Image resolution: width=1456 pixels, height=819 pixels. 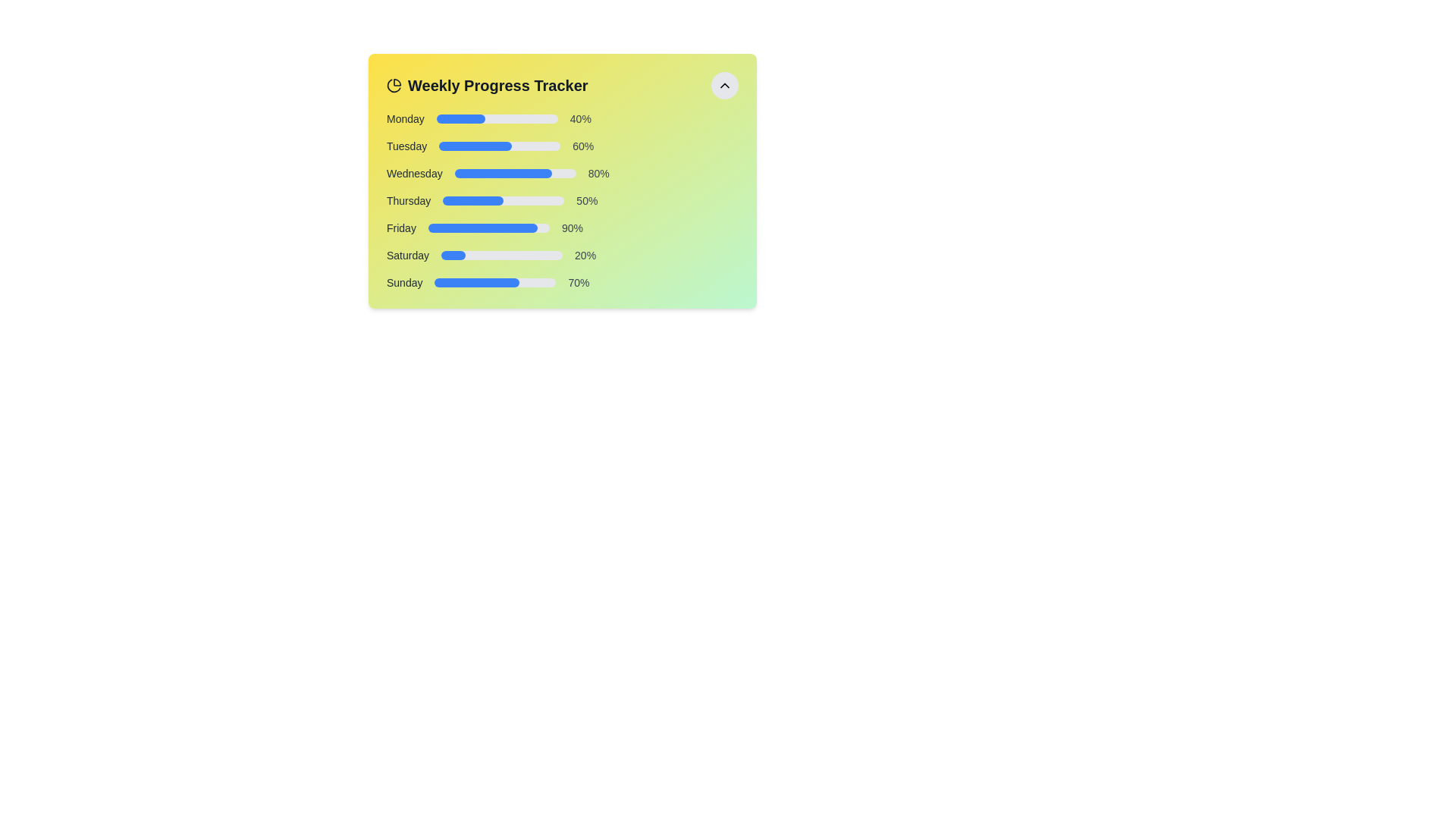 What do you see at coordinates (475, 146) in the screenshot?
I see `the filled portion of the progress bar representing 60% progress for Tuesday, which is visually displayed in a horizontal format` at bounding box center [475, 146].